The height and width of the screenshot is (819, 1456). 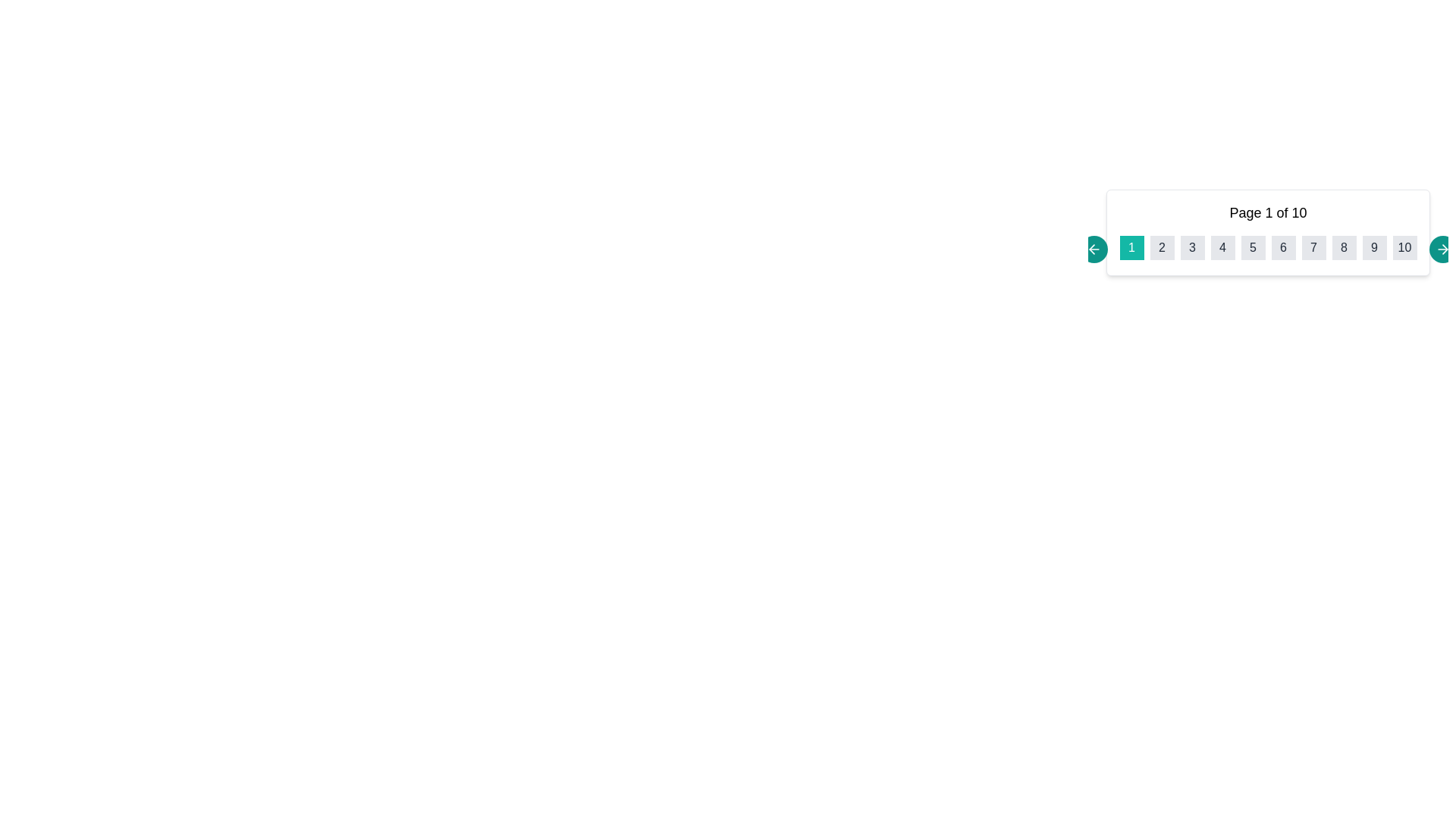 What do you see at coordinates (1094, 248) in the screenshot?
I see `the teal circular button with an embedded SVG icon that serves as a backward navigation control to activate its hover state` at bounding box center [1094, 248].